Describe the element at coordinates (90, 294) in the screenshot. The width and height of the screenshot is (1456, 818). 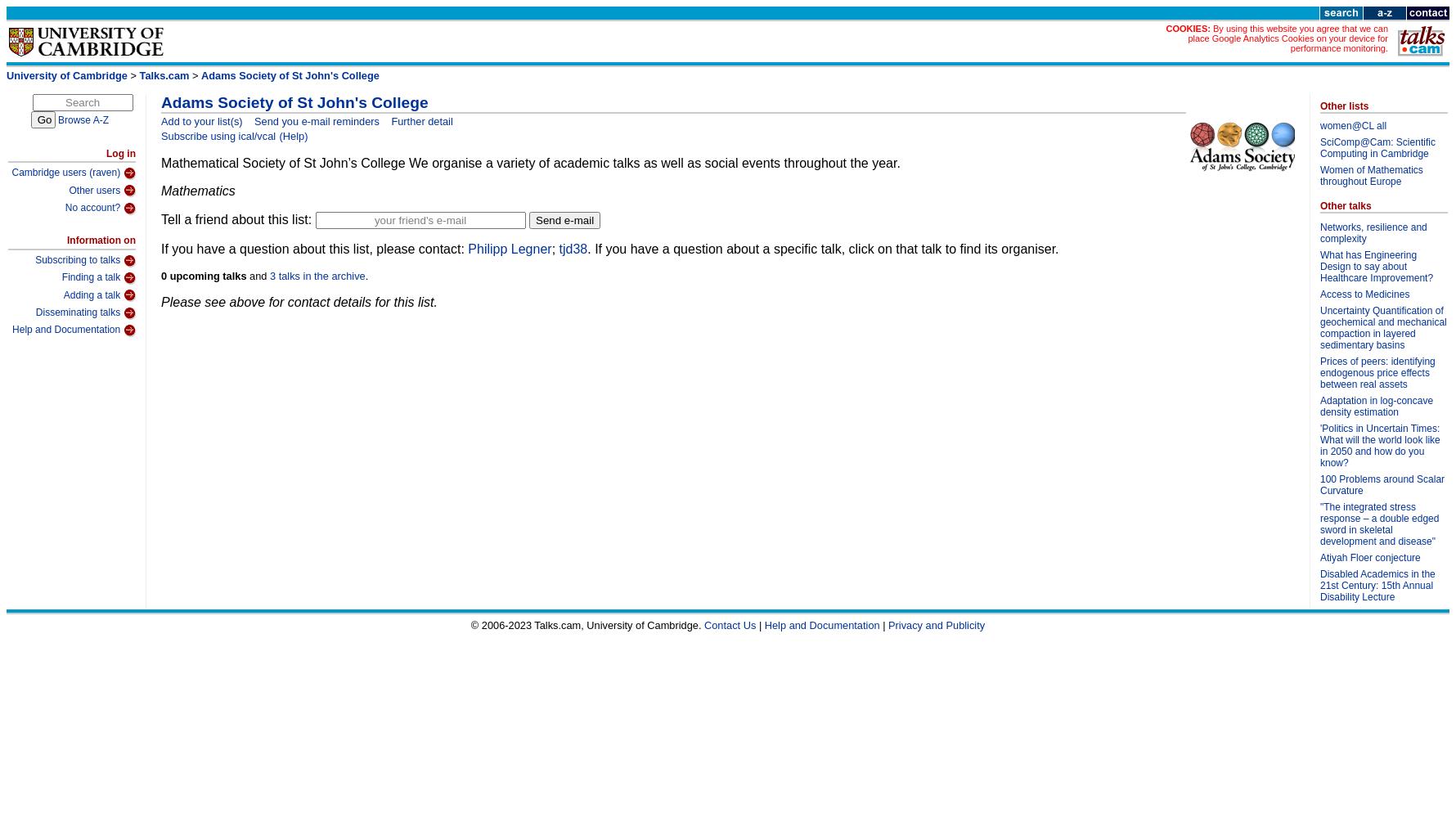
I see `'Adding a talk'` at that location.